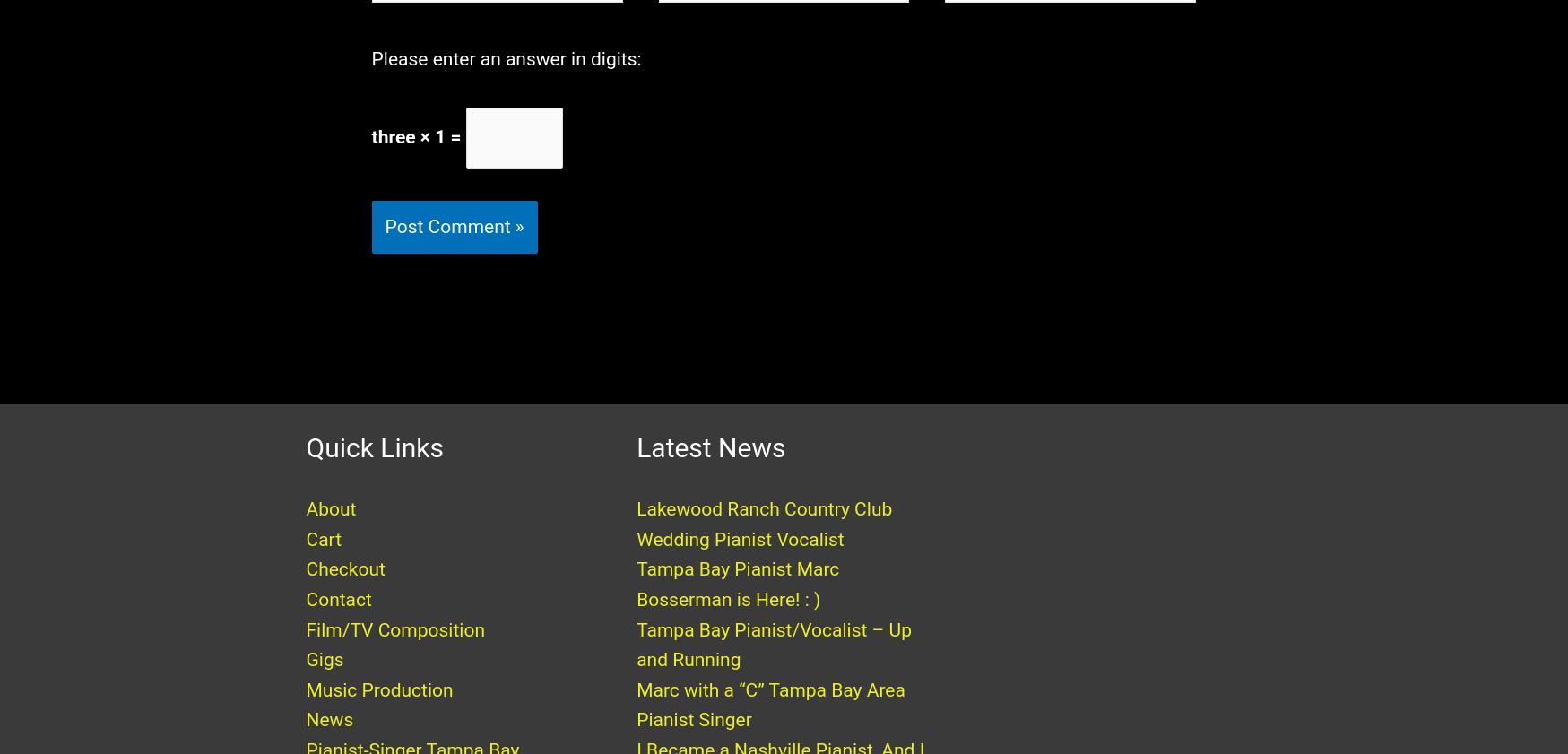 The height and width of the screenshot is (754, 1568). I want to click on 'Lakewood Ranch Country Club Wedding Pianist Vocalist', so click(635, 542).